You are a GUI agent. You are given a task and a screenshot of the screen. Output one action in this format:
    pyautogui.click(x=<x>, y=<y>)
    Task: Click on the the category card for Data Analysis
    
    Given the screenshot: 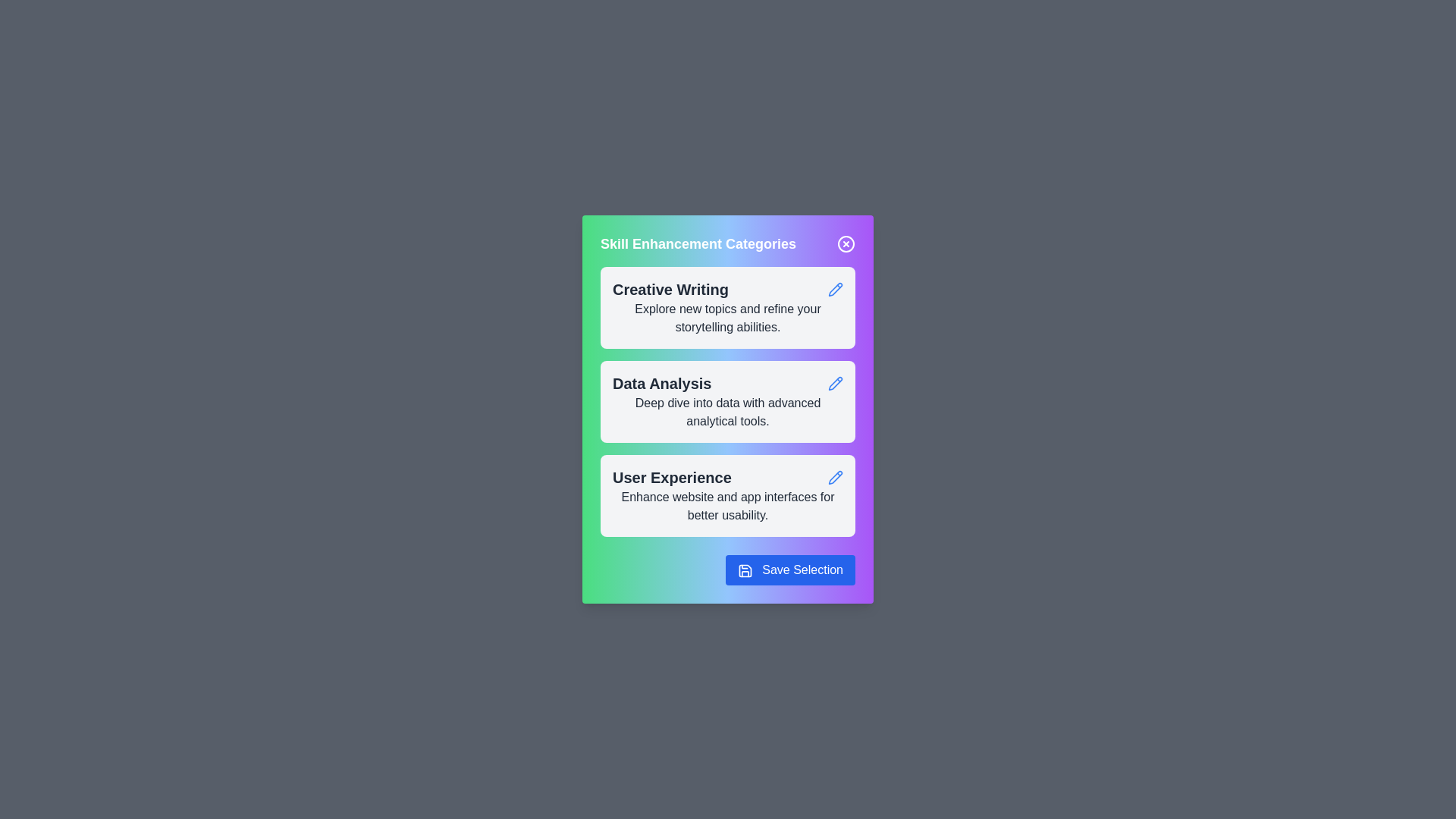 What is the action you would take?
    pyautogui.click(x=728, y=400)
    